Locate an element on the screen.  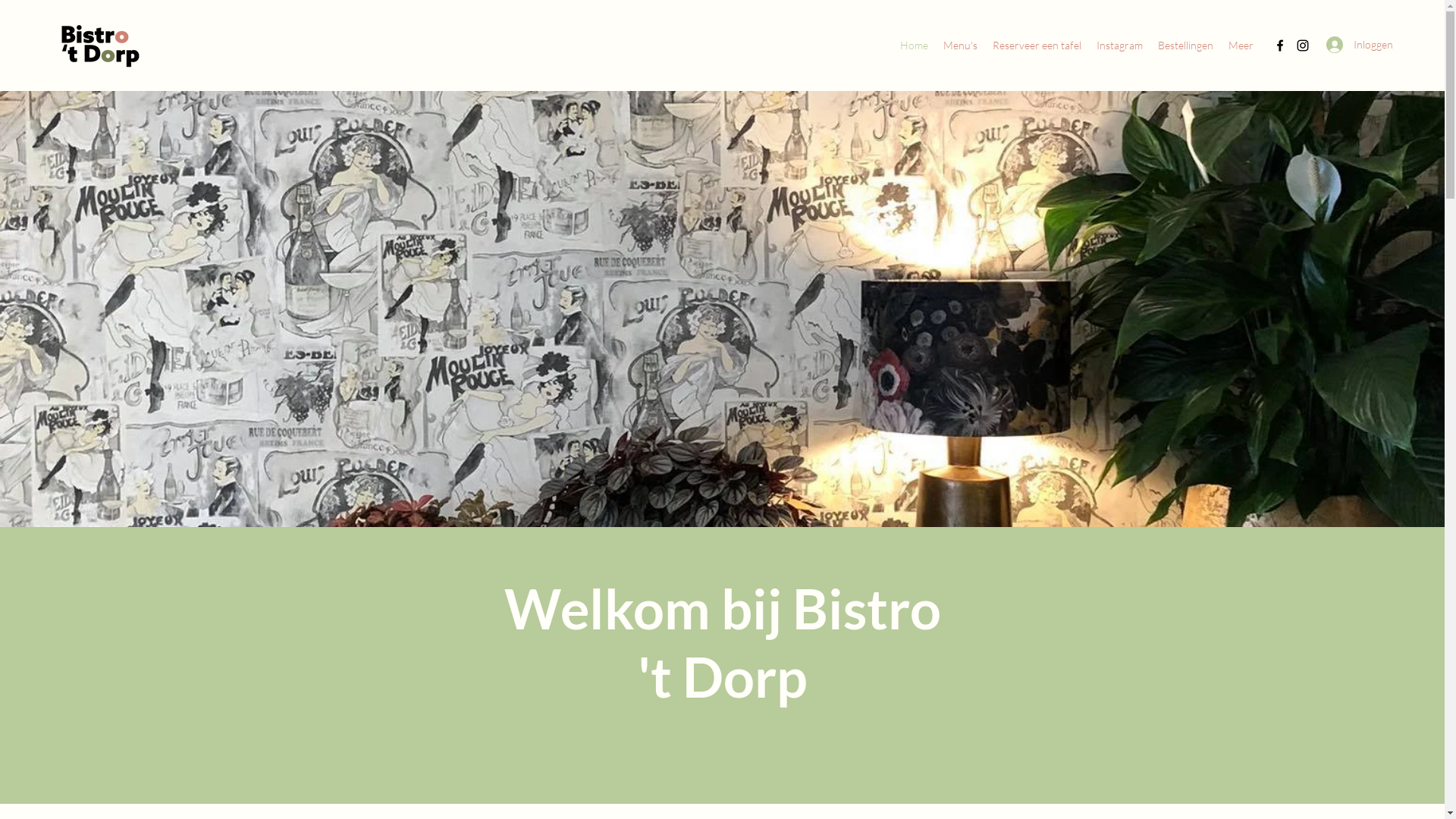
'Instagram' is located at coordinates (1119, 45).